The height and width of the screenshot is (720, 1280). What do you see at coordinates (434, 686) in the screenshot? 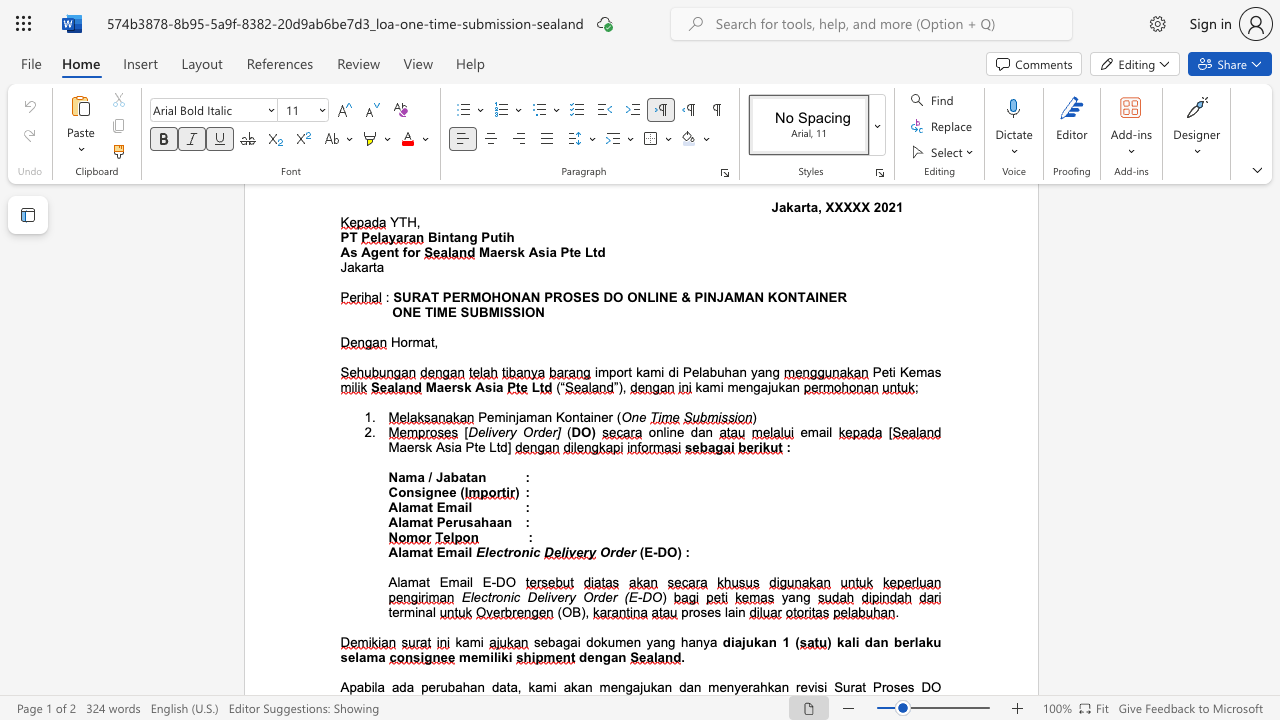
I see `the subset text "rubahan data, kami akan mengajuk" within the text "Apabila ada perubahan data, kami akan mengajukan dan menyerahkan revisi Surat"` at bounding box center [434, 686].